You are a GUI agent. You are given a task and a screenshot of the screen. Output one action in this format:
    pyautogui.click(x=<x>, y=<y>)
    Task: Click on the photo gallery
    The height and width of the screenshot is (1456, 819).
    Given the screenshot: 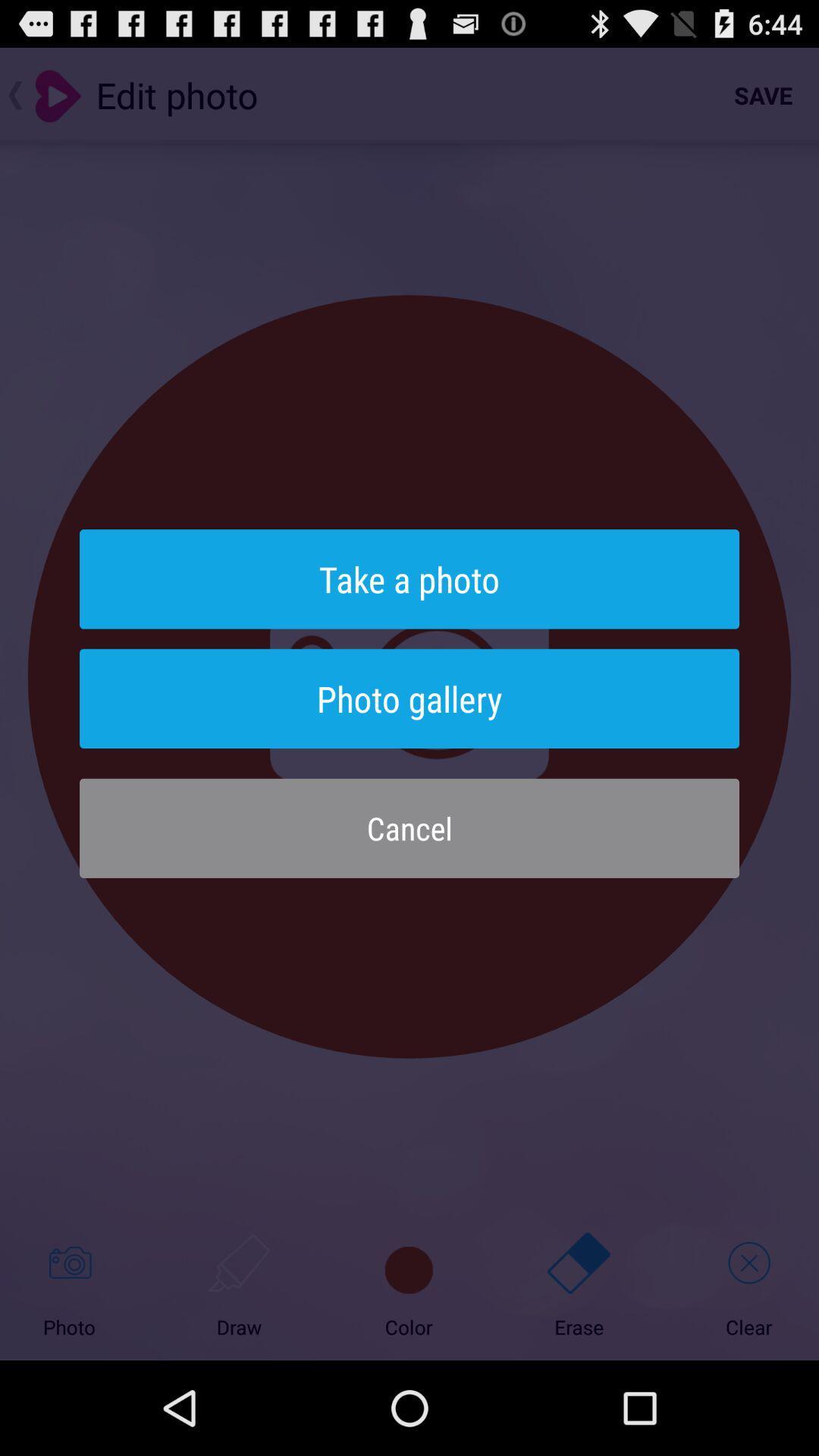 What is the action you would take?
    pyautogui.click(x=409, y=698)
    